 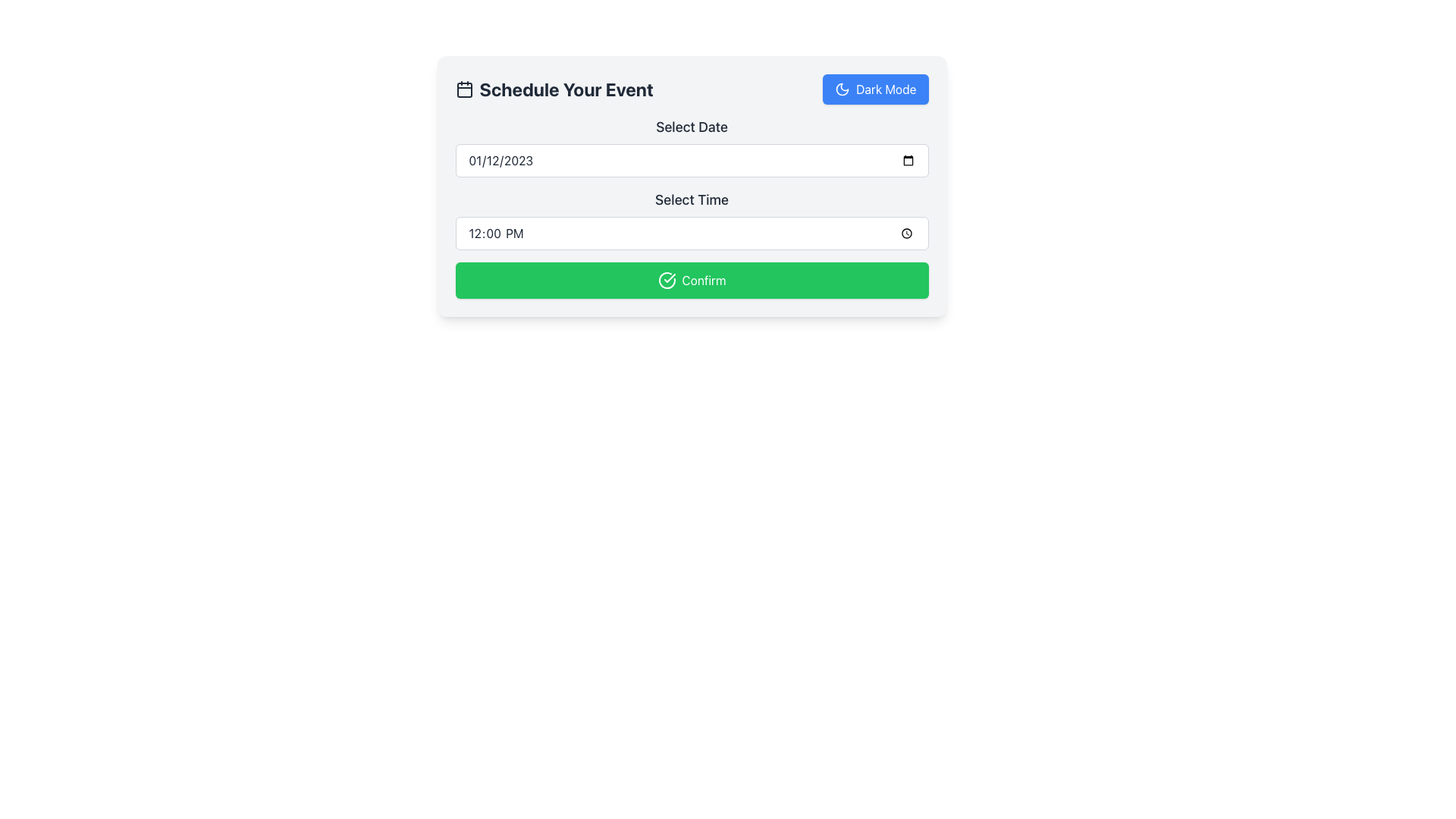 I want to click on the dark mode toggle button located in the top right corner of the interface, so click(x=842, y=89).